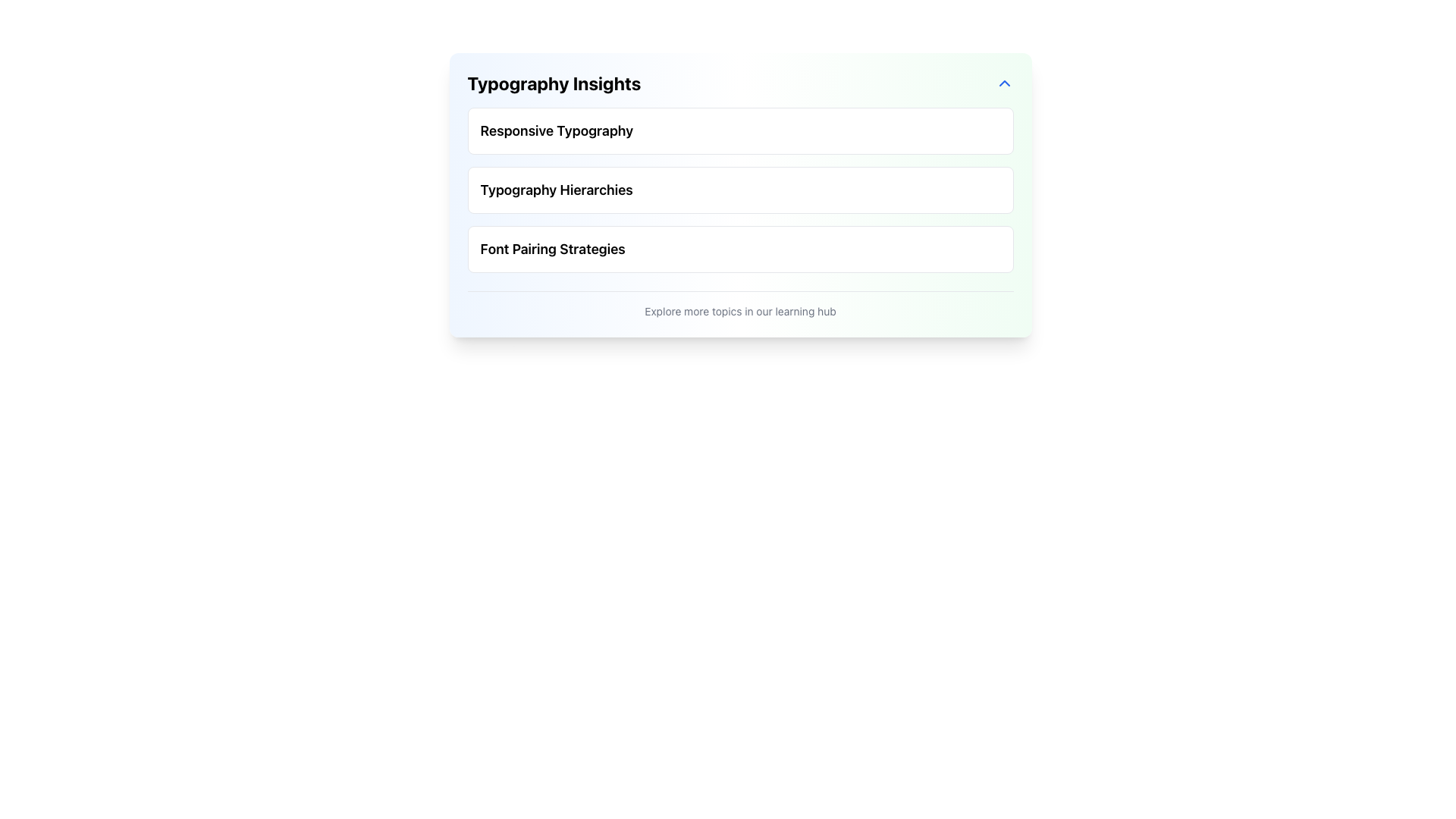 The image size is (1456, 819). Describe the element at coordinates (1004, 83) in the screenshot. I see `the upward-facing chevron-shaped button on the right side of the 'Typography Insights' header` at that location.